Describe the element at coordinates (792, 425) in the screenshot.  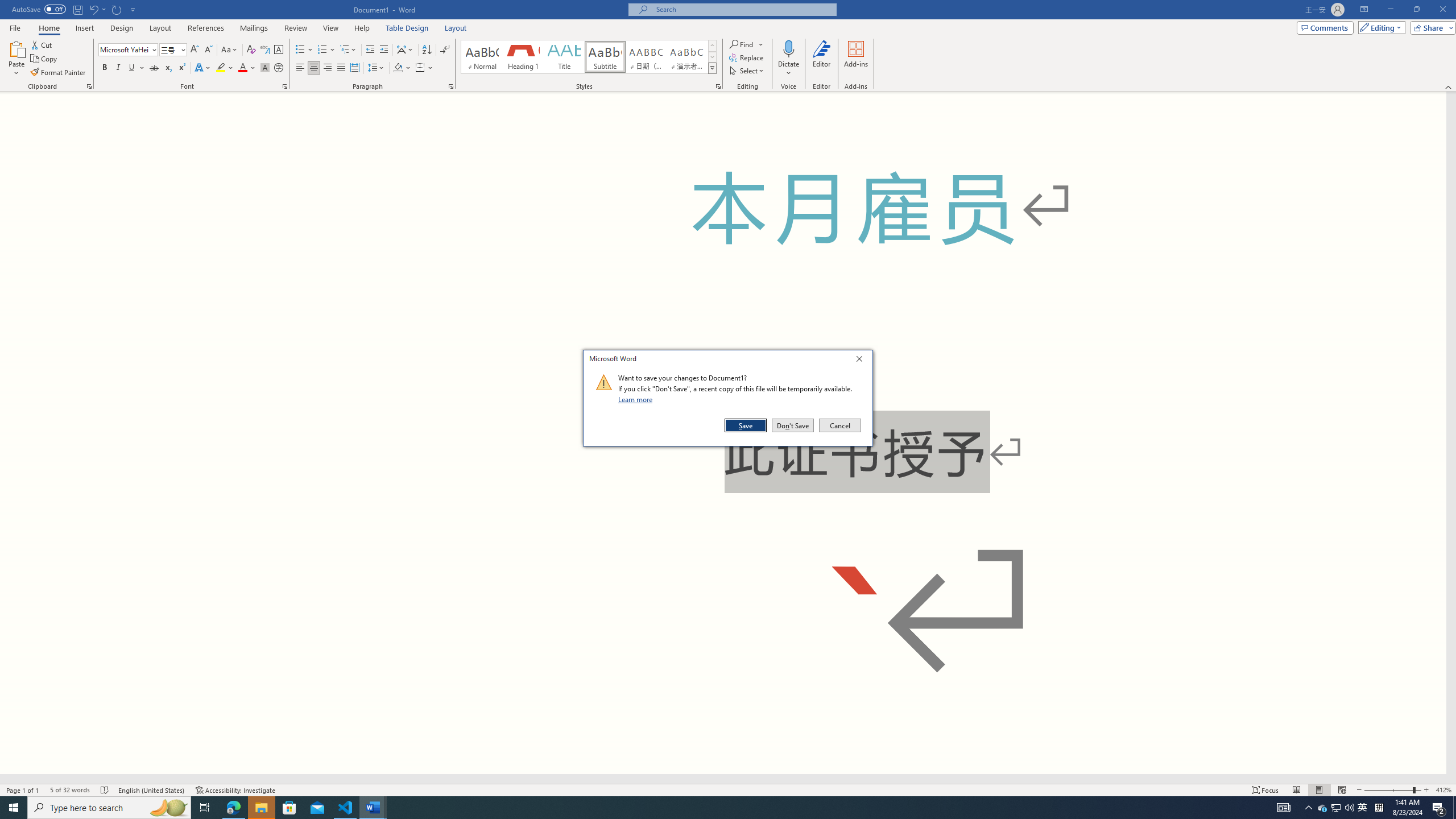
I see `'Don'` at that location.